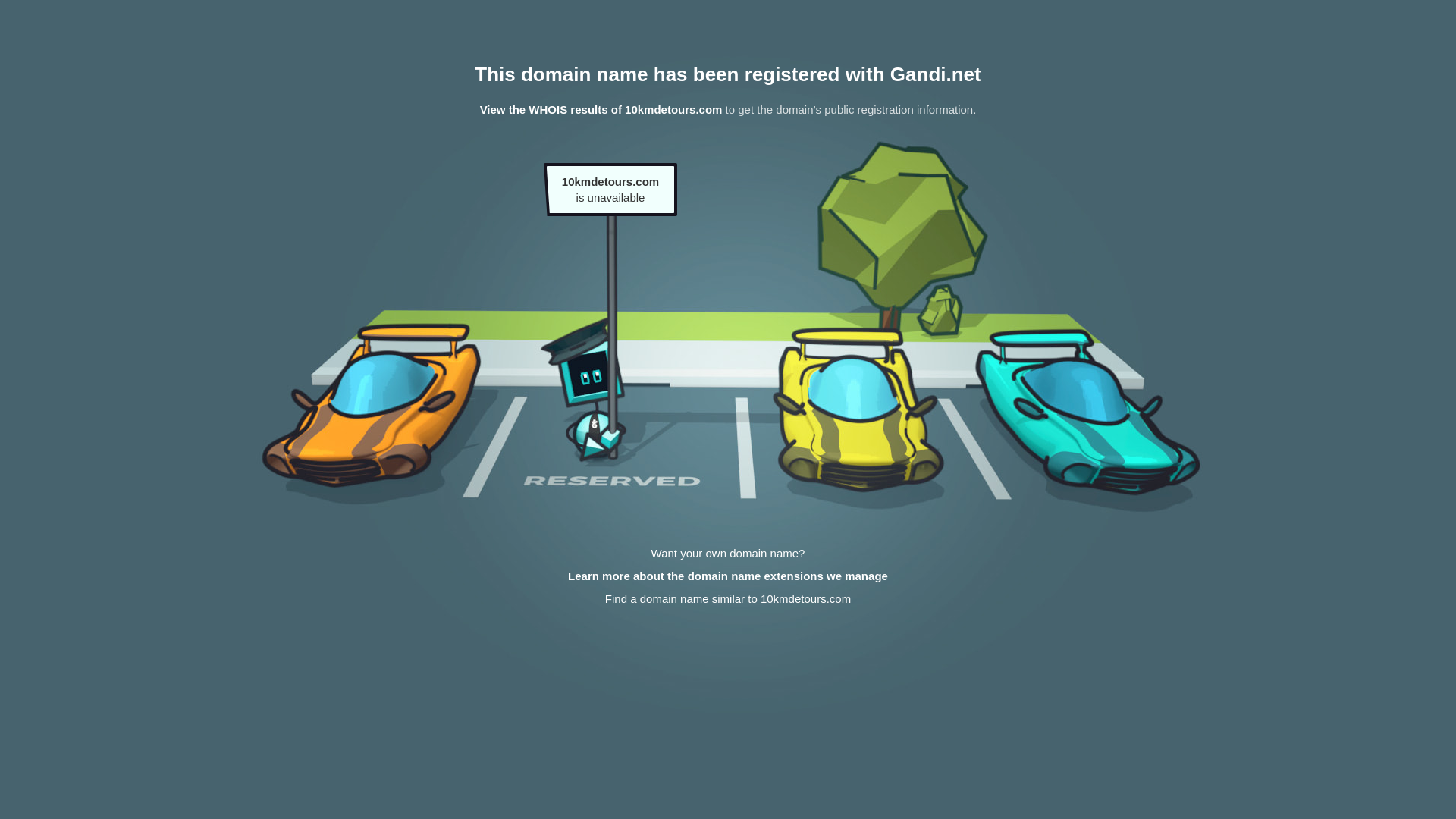 This screenshot has width=1456, height=819. What do you see at coordinates (728, 598) in the screenshot?
I see `'Find a domain name similar to 10kmdetours.com'` at bounding box center [728, 598].